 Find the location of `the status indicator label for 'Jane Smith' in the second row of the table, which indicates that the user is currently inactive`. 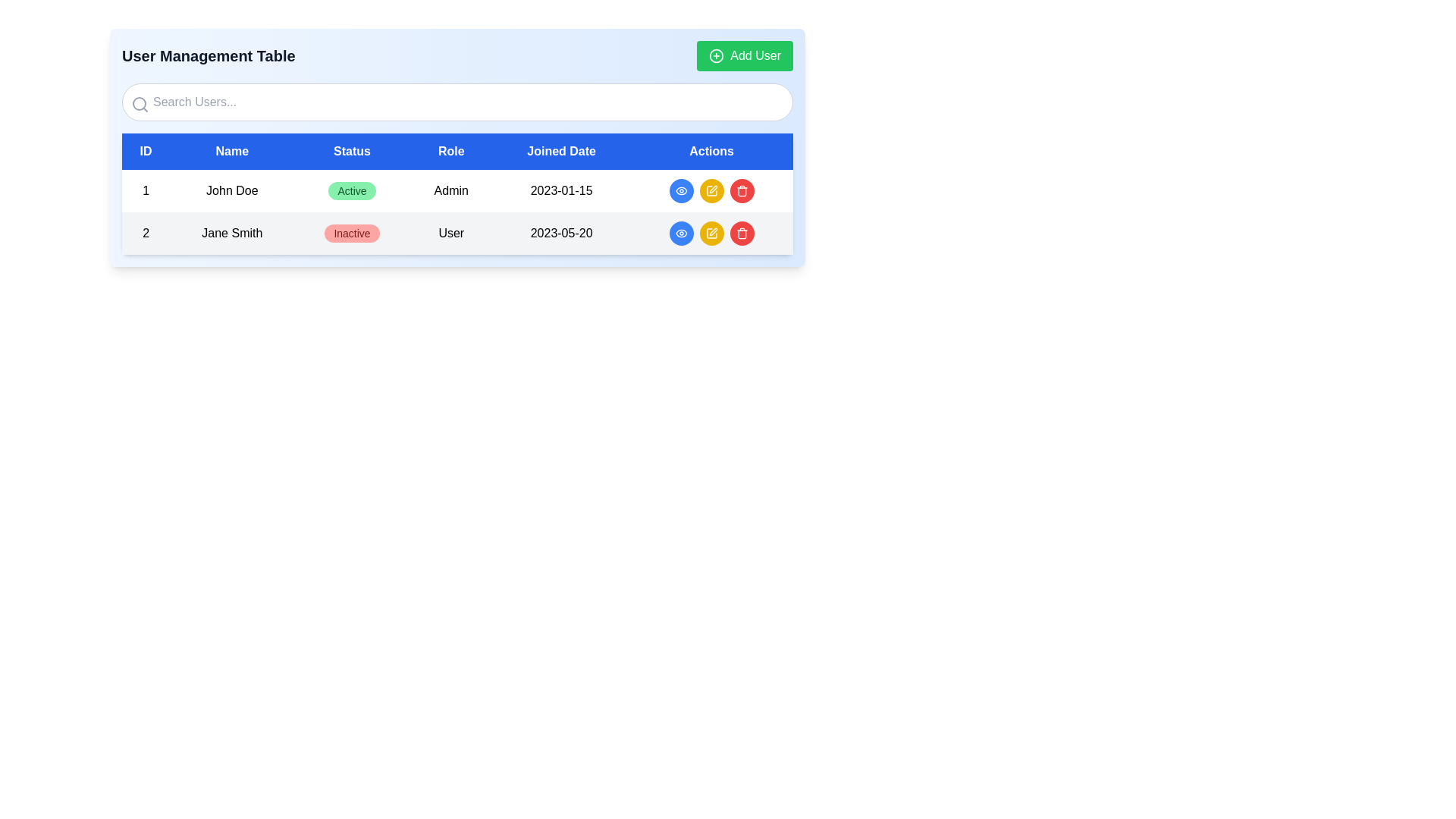

the status indicator label for 'Jane Smith' in the second row of the table, which indicates that the user is currently inactive is located at coordinates (351, 234).